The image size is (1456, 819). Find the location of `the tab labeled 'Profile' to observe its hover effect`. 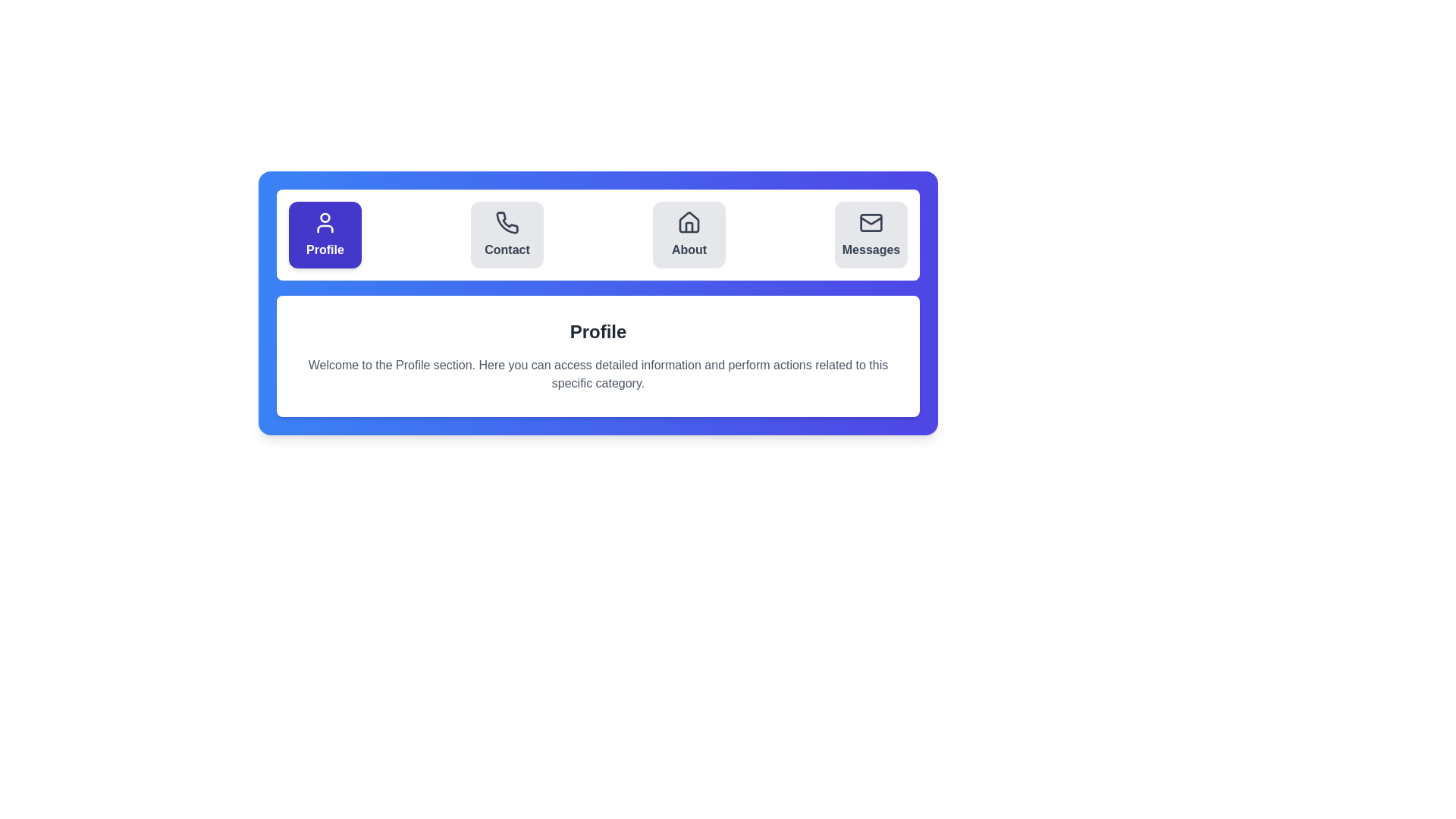

the tab labeled 'Profile' to observe its hover effect is located at coordinates (324, 234).